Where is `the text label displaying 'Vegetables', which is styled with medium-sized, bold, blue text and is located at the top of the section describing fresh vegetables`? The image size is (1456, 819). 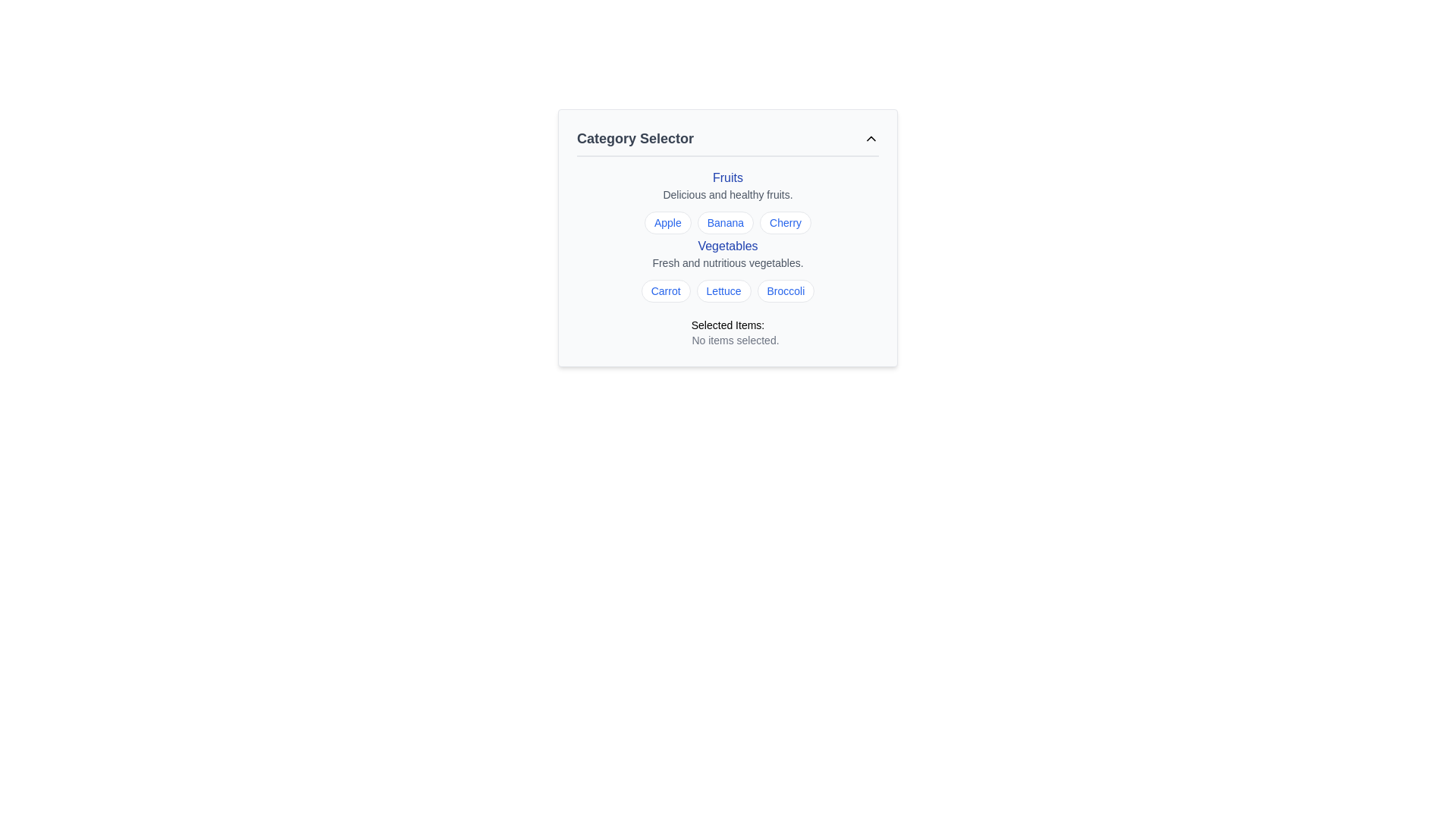 the text label displaying 'Vegetables', which is styled with medium-sized, bold, blue text and is located at the top of the section describing fresh vegetables is located at coordinates (728, 245).